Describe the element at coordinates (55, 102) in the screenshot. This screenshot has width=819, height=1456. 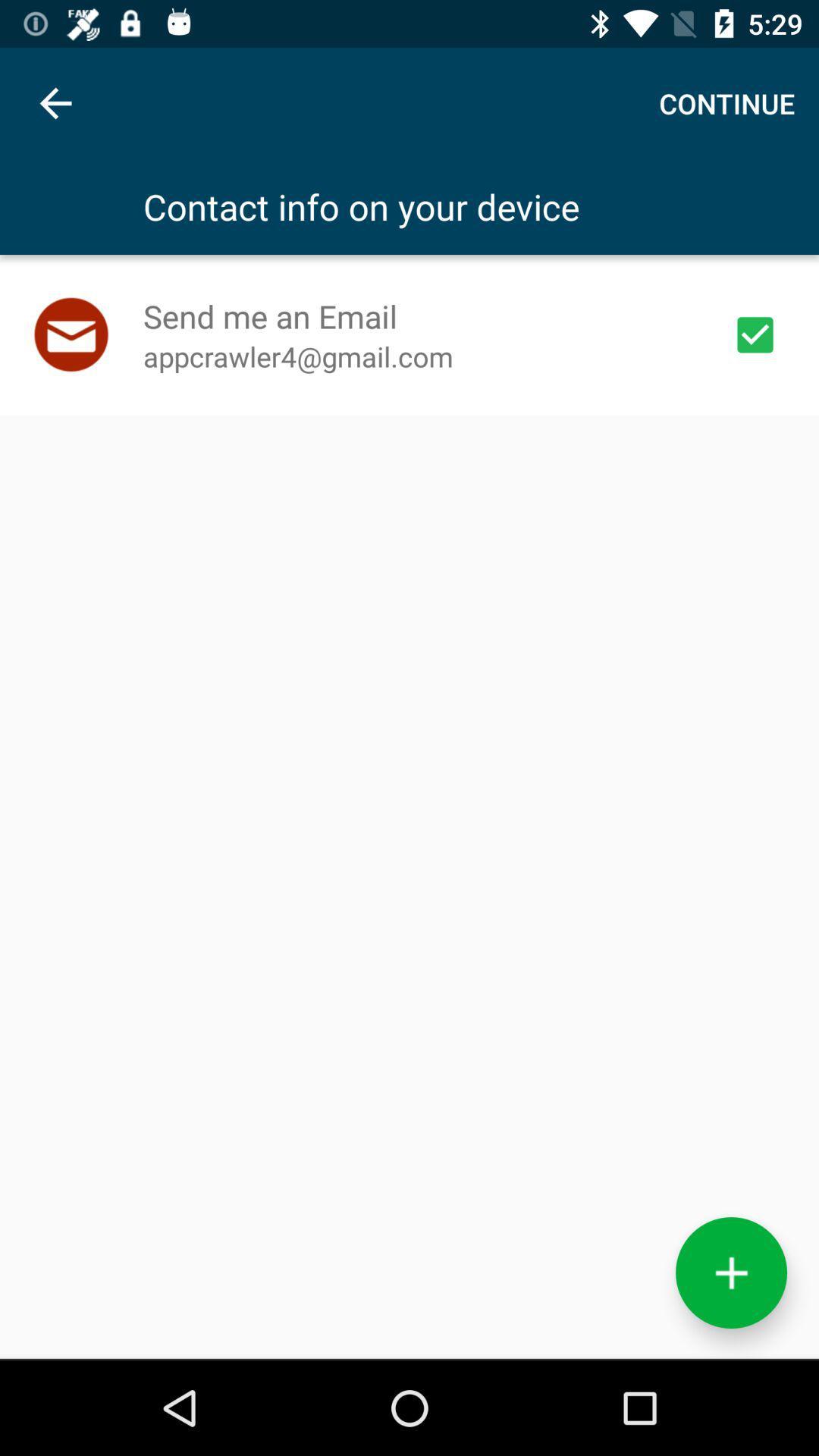
I see `the icon next to continue icon` at that location.